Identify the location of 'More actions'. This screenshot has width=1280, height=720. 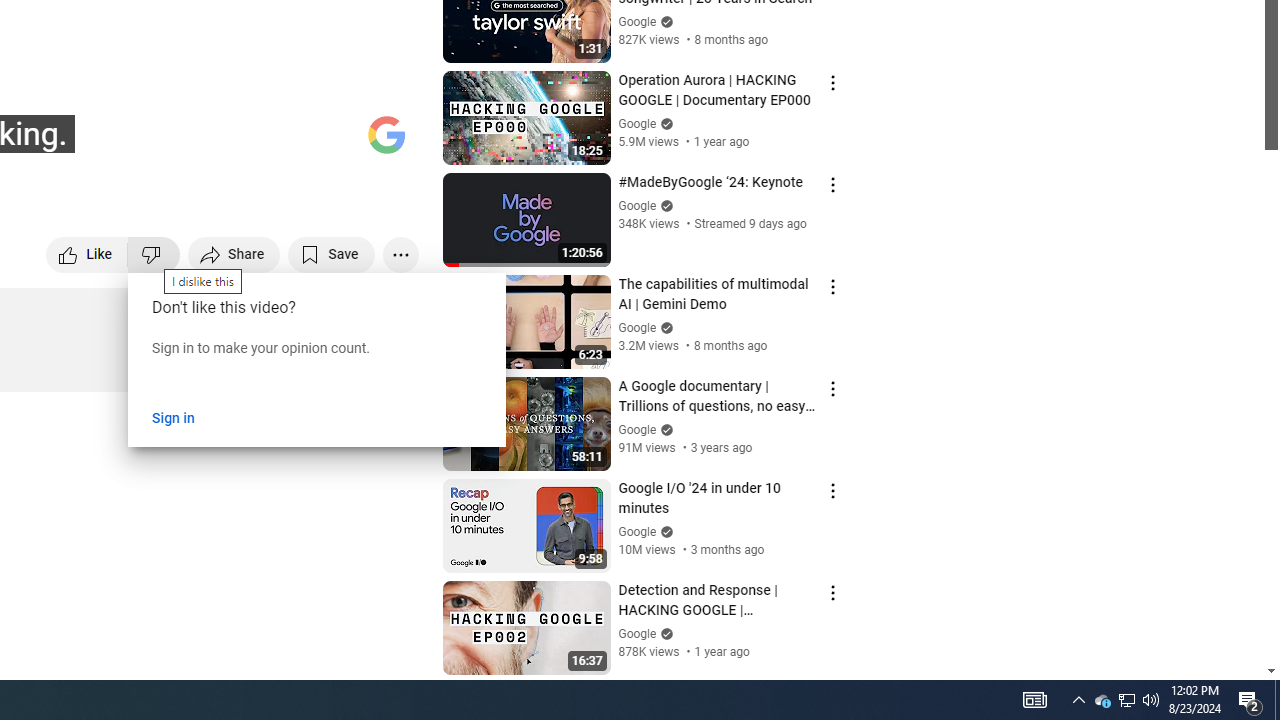
(400, 253).